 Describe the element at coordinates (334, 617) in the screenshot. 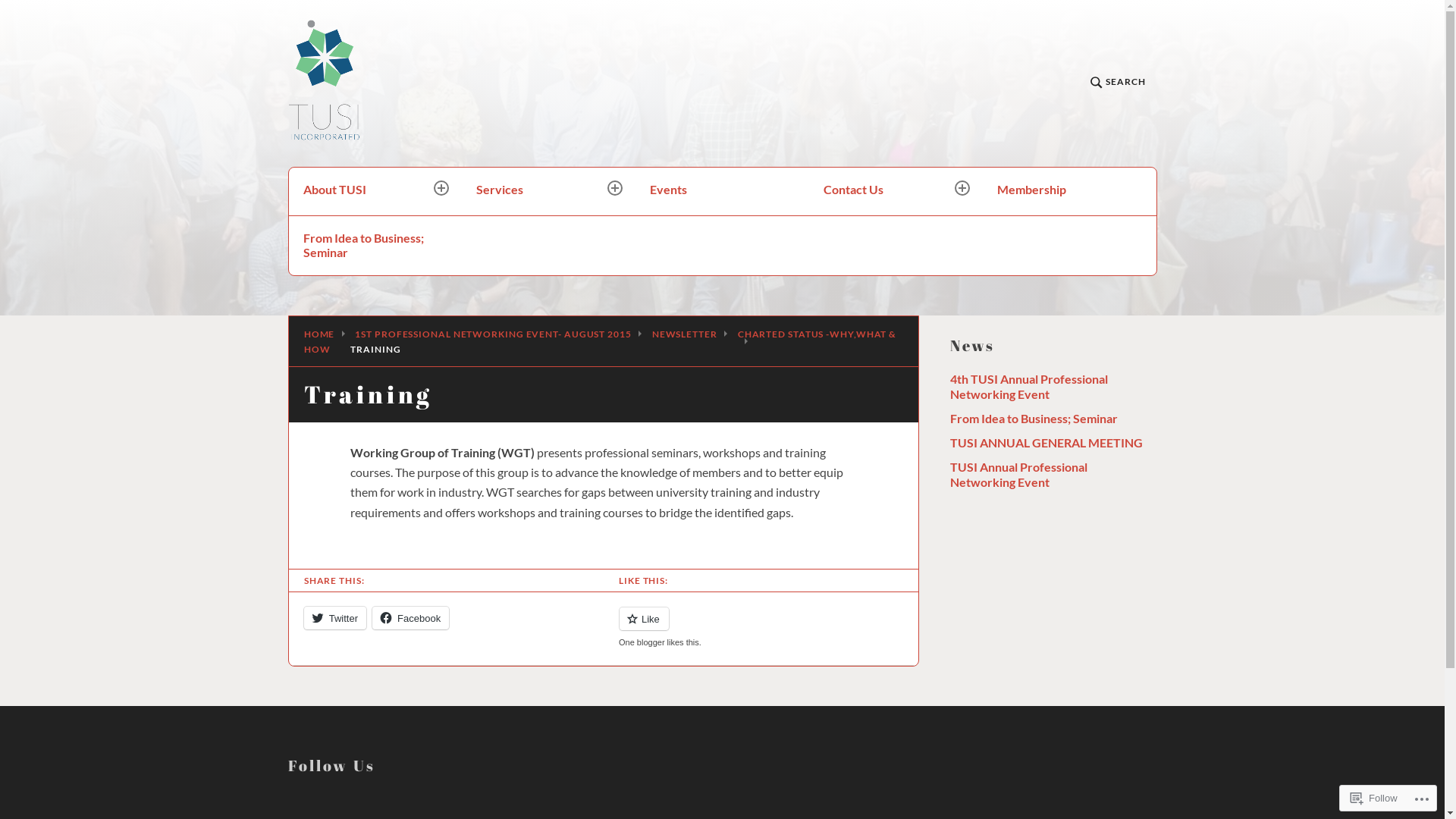

I see `'Twitter'` at that location.